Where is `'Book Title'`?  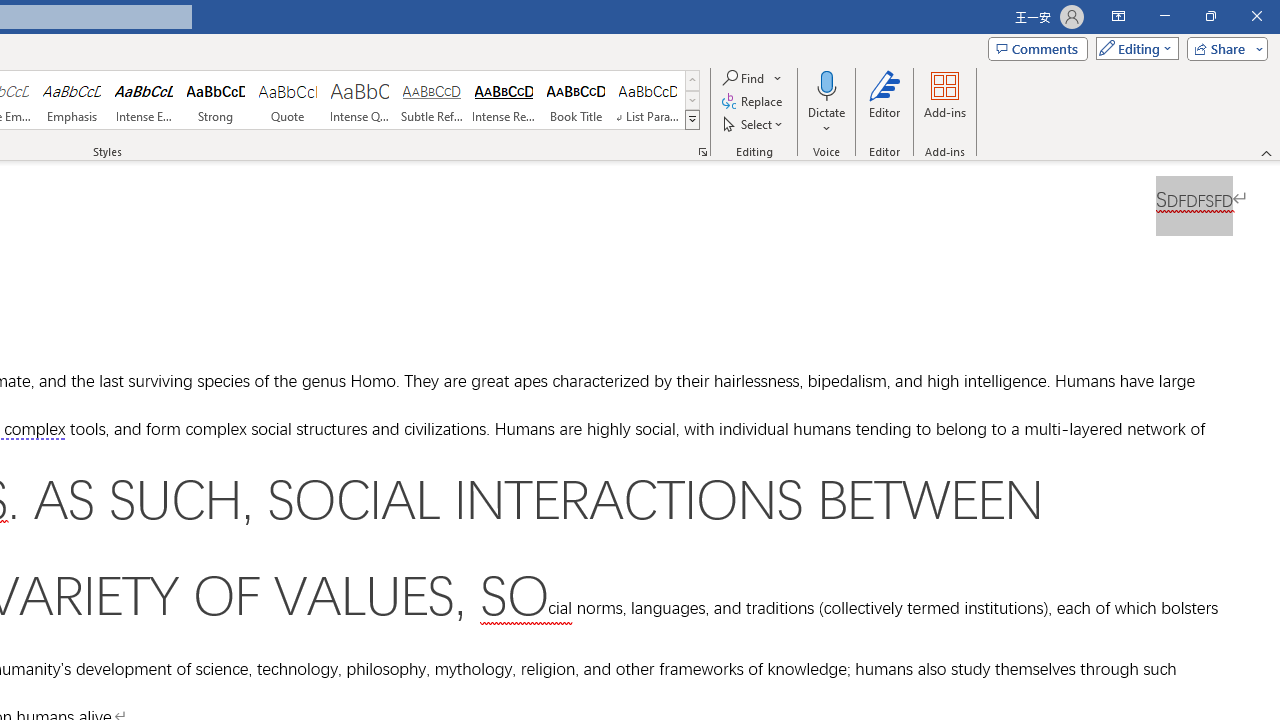
'Book Title' is located at coordinates (575, 100).